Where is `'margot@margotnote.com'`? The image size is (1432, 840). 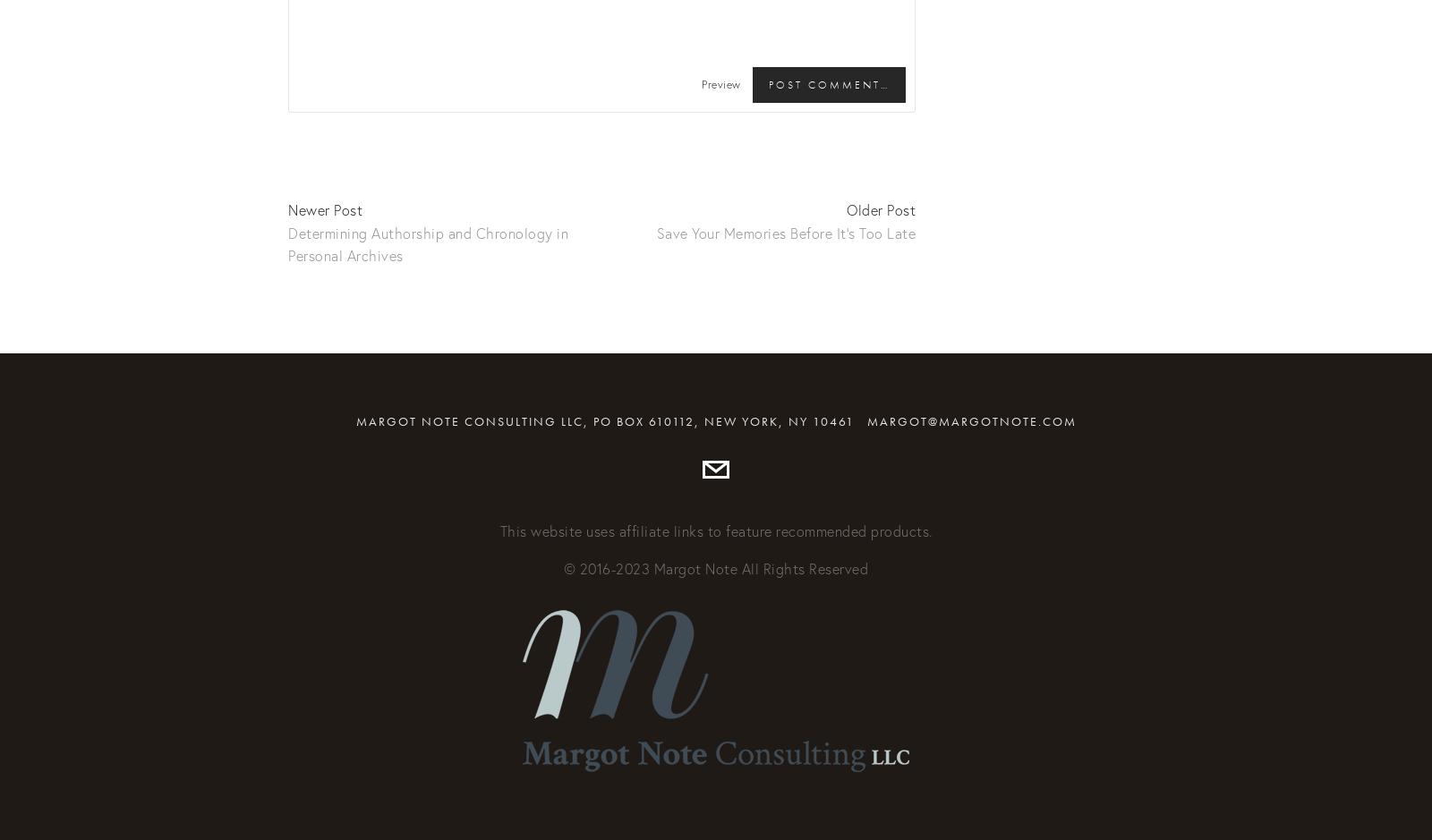
'margot@margotnote.com' is located at coordinates (970, 420).